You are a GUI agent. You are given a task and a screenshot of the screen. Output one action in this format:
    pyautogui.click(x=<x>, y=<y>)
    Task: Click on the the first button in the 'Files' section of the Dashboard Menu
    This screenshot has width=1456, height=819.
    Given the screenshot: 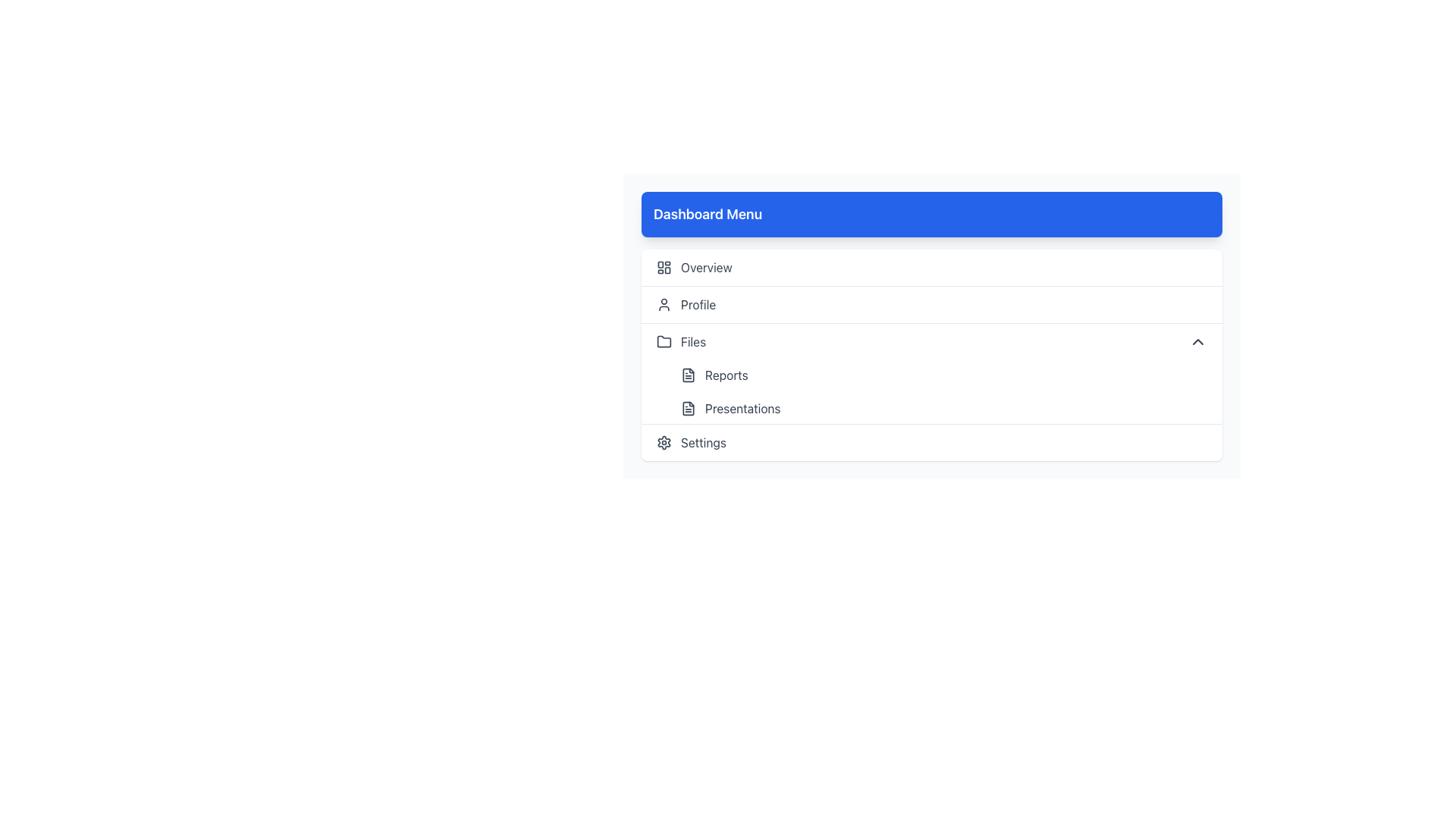 What is the action you would take?
    pyautogui.click(x=943, y=375)
    